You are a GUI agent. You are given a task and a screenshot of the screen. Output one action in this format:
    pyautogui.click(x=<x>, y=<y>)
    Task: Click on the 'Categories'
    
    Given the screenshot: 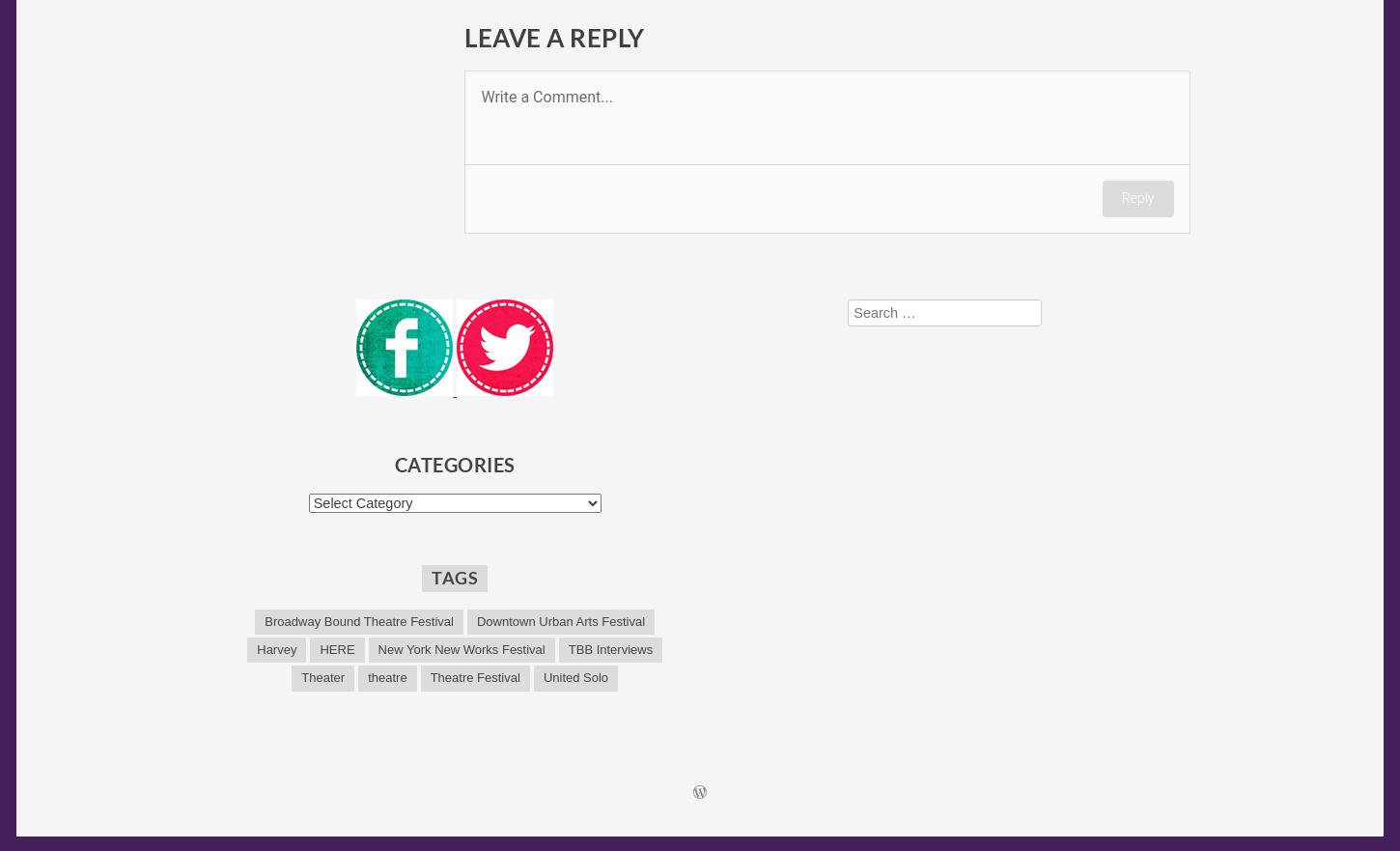 What is the action you would take?
    pyautogui.click(x=453, y=462)
    